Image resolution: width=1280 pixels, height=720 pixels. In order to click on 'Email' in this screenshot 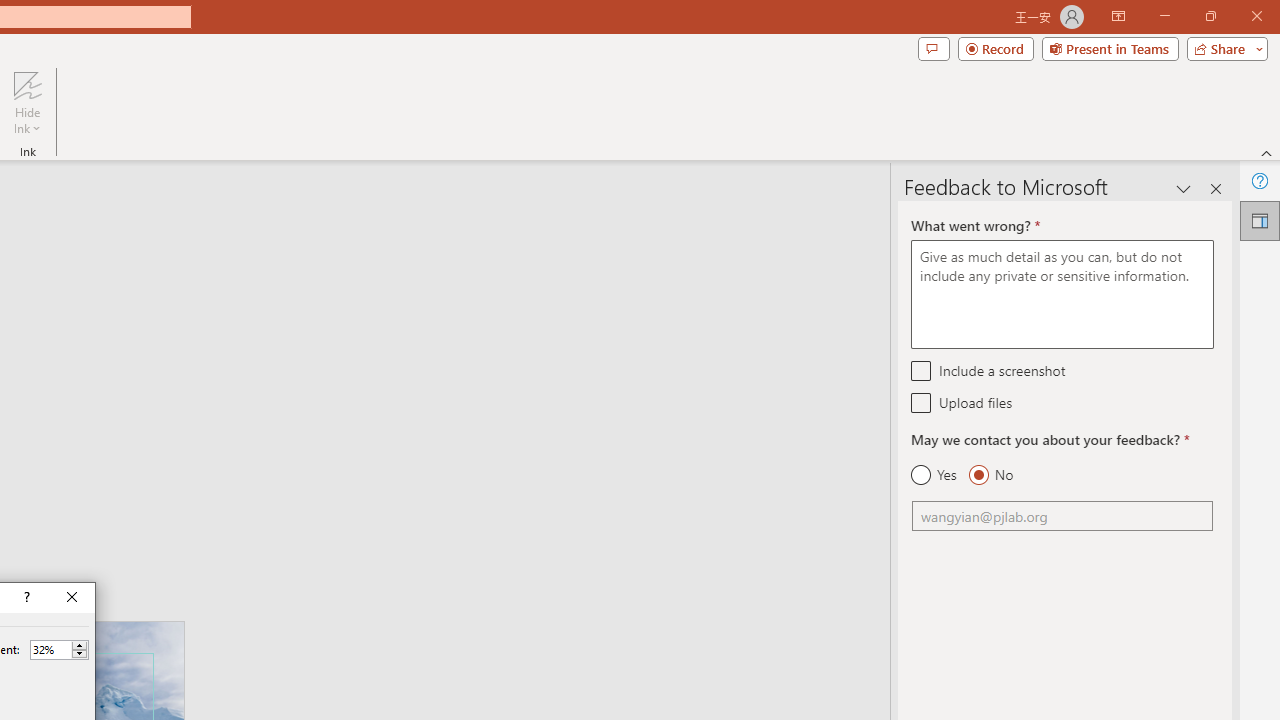, I will do `click(1061, 515)`.